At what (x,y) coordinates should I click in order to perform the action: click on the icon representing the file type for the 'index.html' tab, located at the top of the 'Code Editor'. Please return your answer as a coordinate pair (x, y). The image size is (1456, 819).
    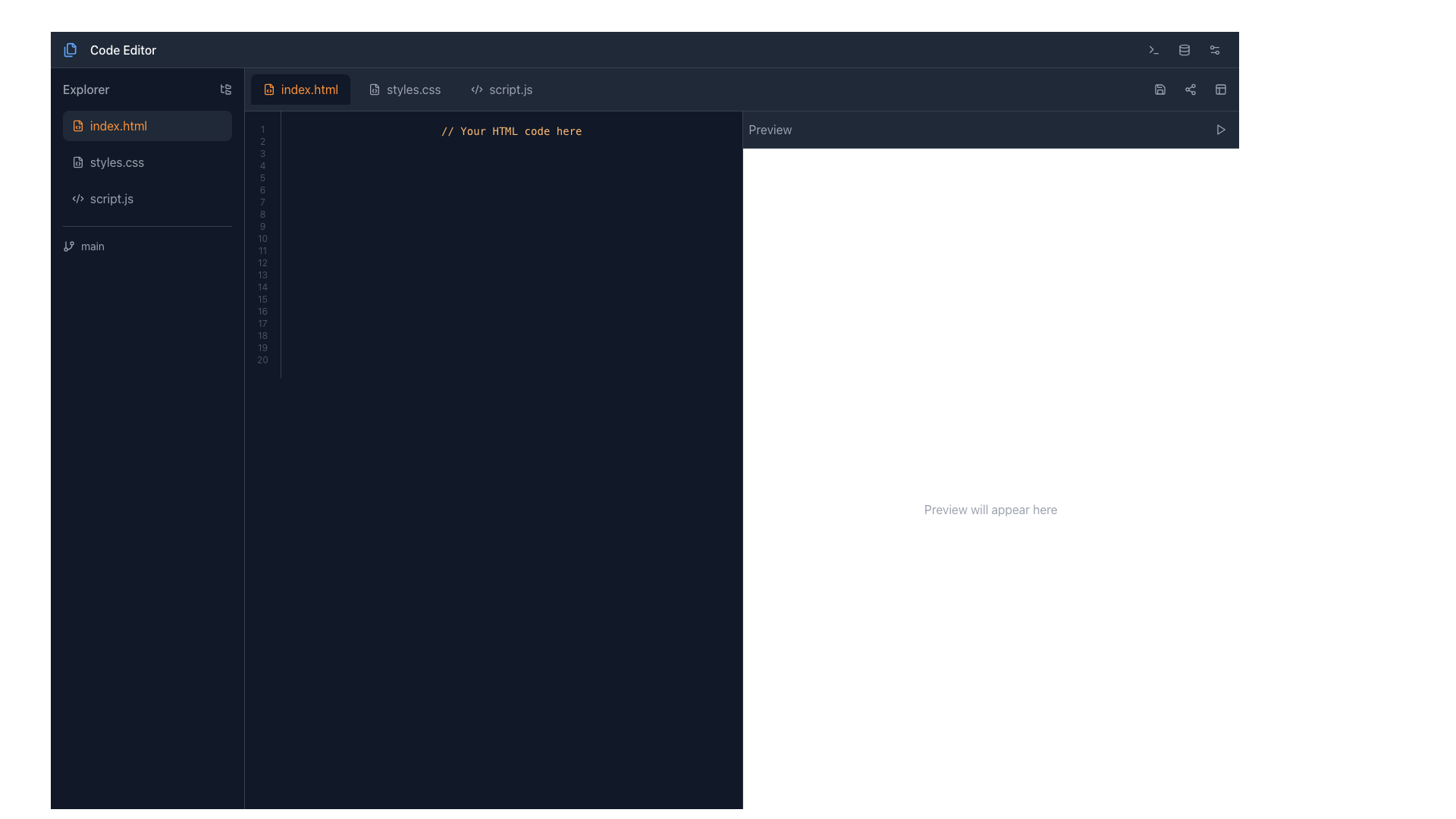
    Looking at the image, I should click on (269, 89).